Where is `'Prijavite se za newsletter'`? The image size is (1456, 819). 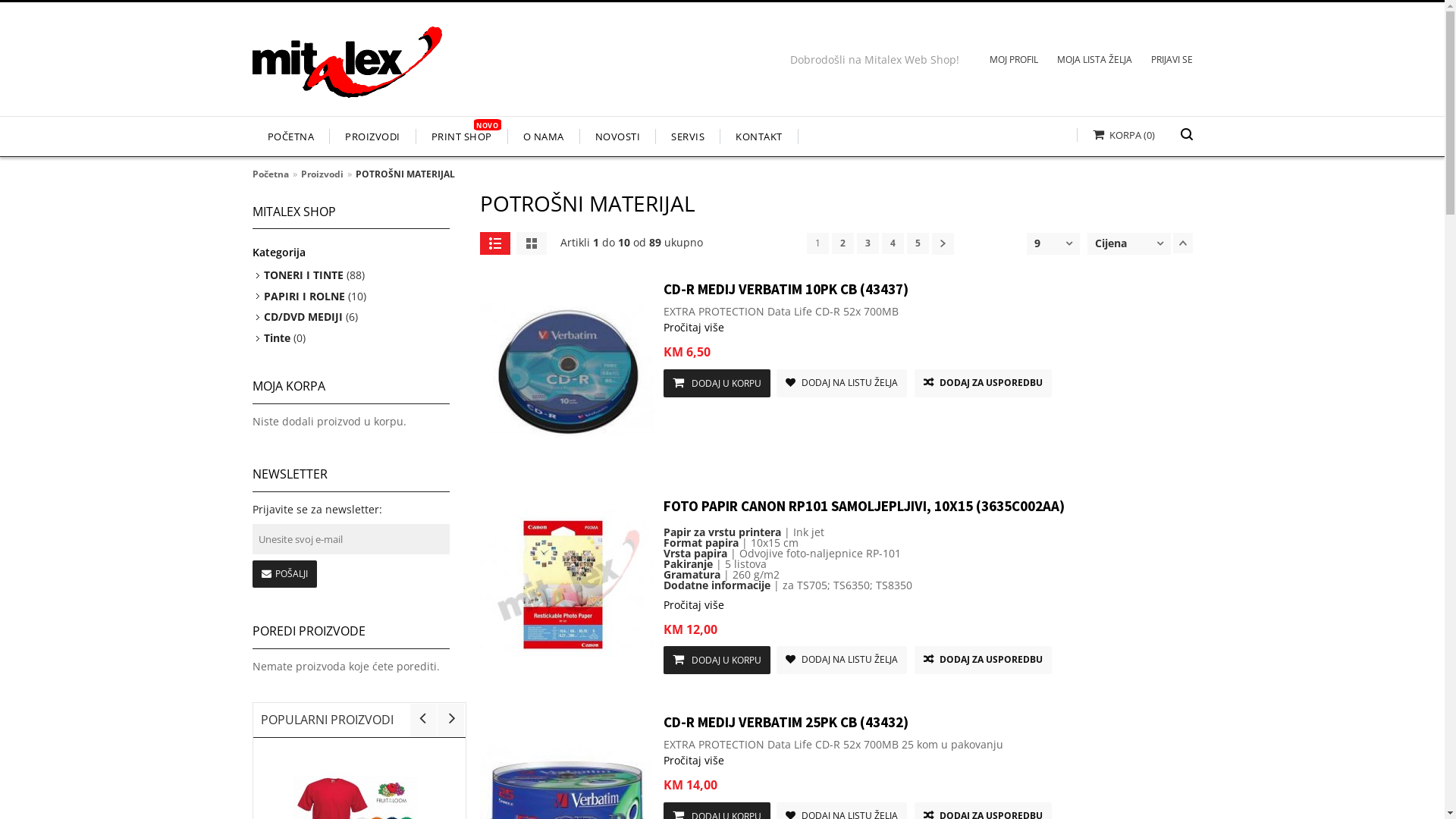
'Prijavite se za newsletter' is located at coordinates (349, 538).